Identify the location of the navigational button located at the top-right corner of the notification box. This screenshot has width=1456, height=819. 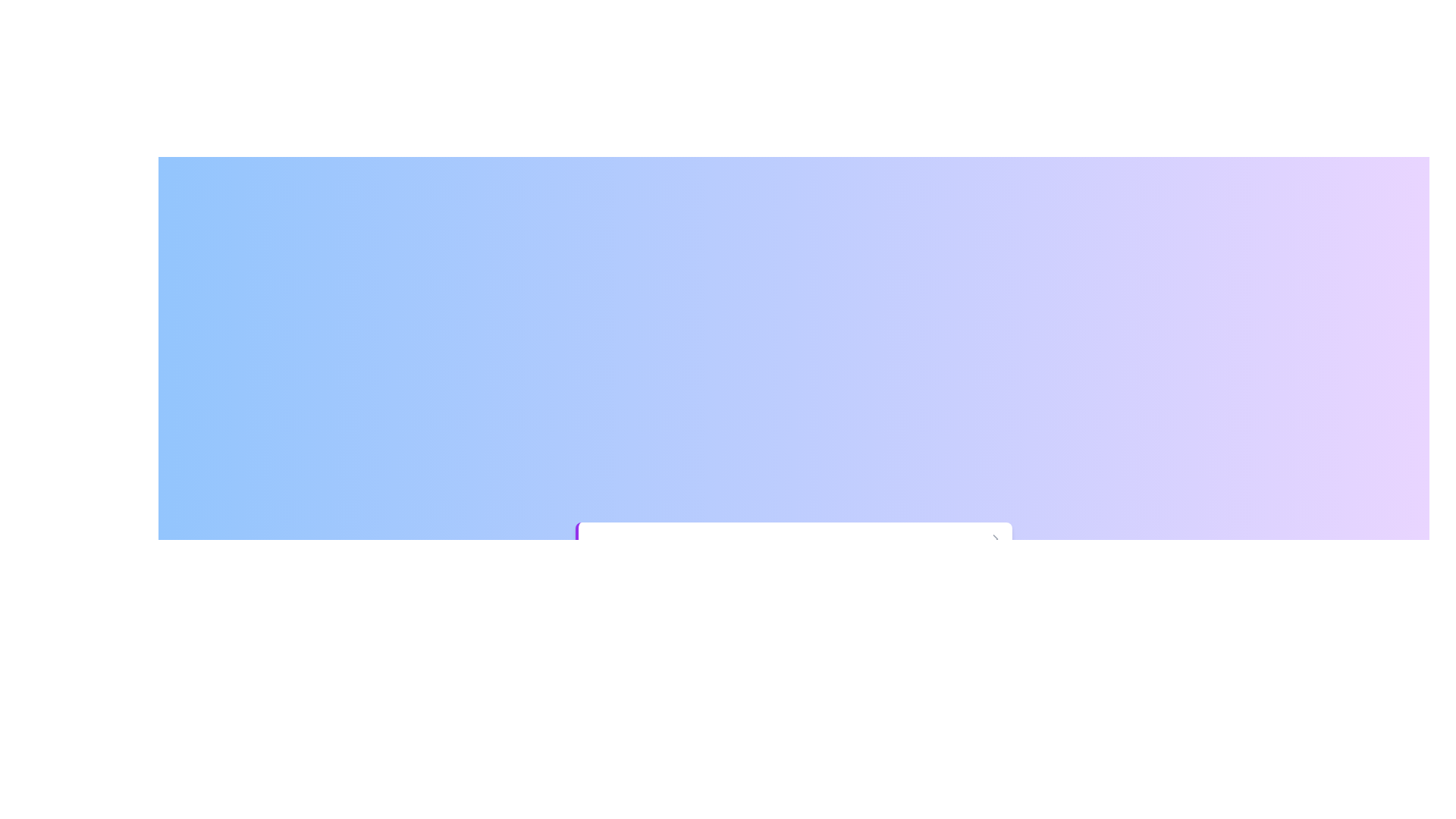
(996, 538).